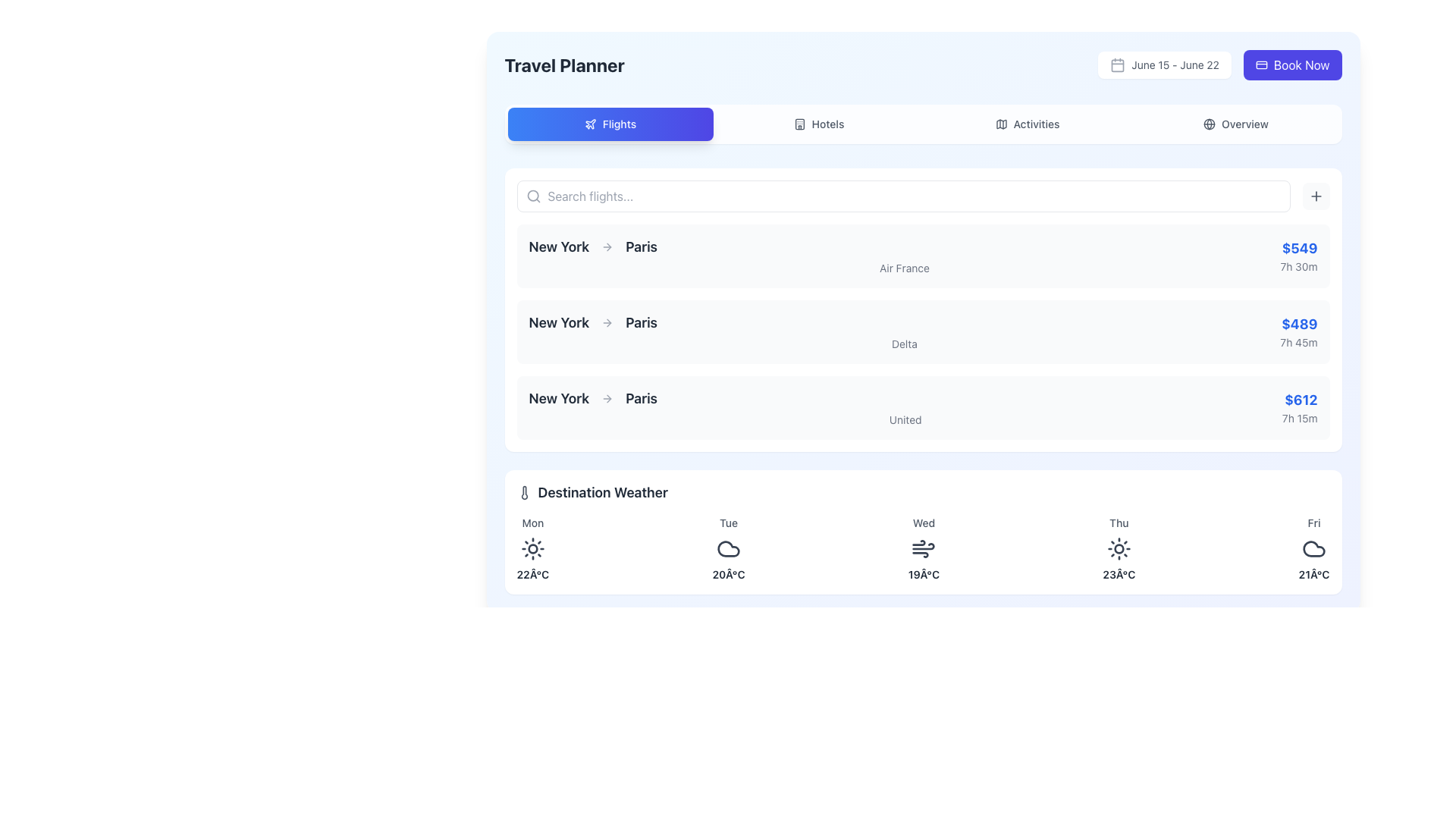 Image resolution: width=1456 pixels, height=819 pixels. I want to click on the cloud icon in the weather forecast for Friday, which is located below the text 'Fri' and above the temperature '21°C', so click(1313, 549).